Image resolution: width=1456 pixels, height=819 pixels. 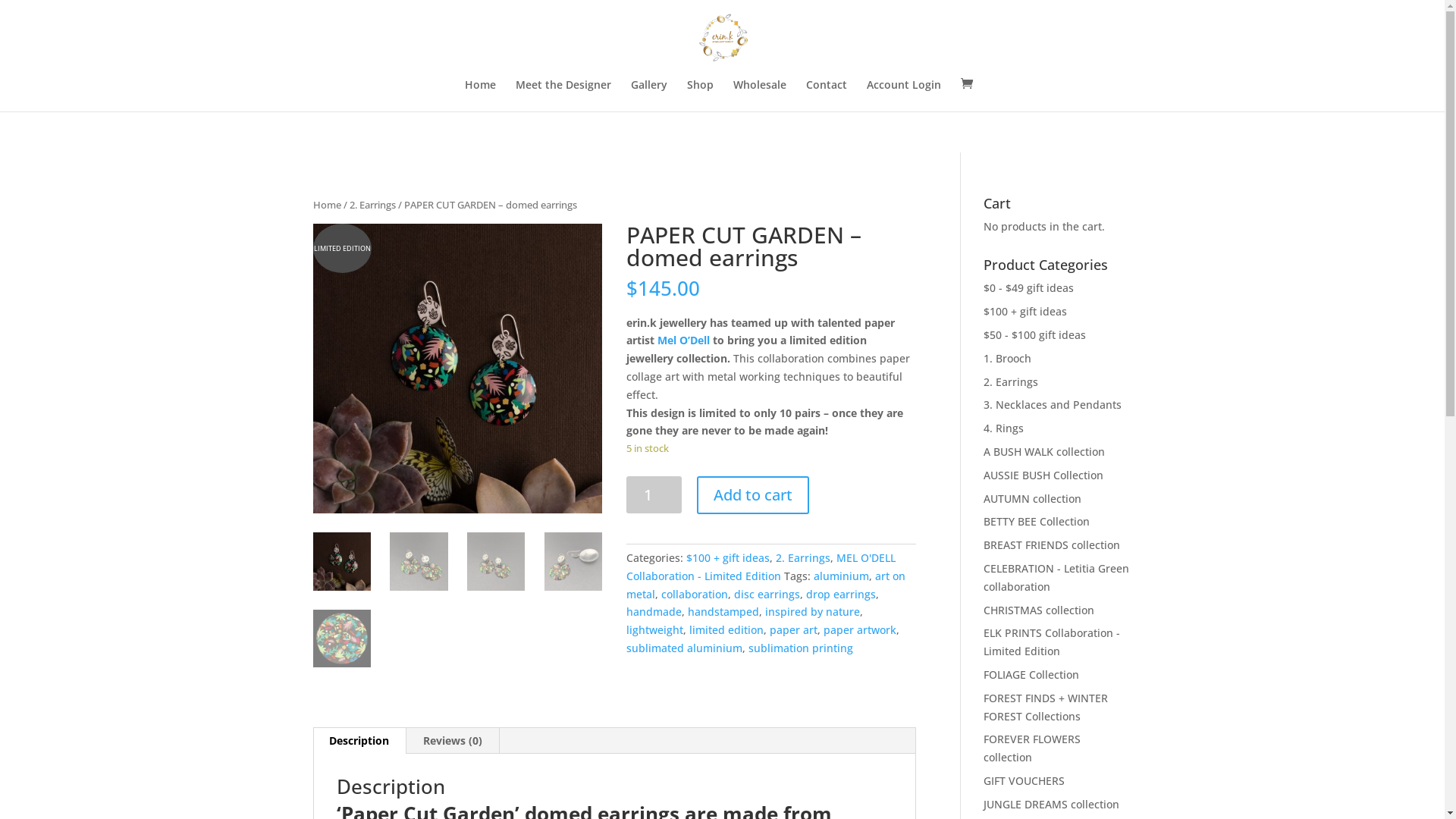 What do you see at coordinates (753, 494) in the screenshot?
I see `'Add to cart'` at bounding box center [753, 494].